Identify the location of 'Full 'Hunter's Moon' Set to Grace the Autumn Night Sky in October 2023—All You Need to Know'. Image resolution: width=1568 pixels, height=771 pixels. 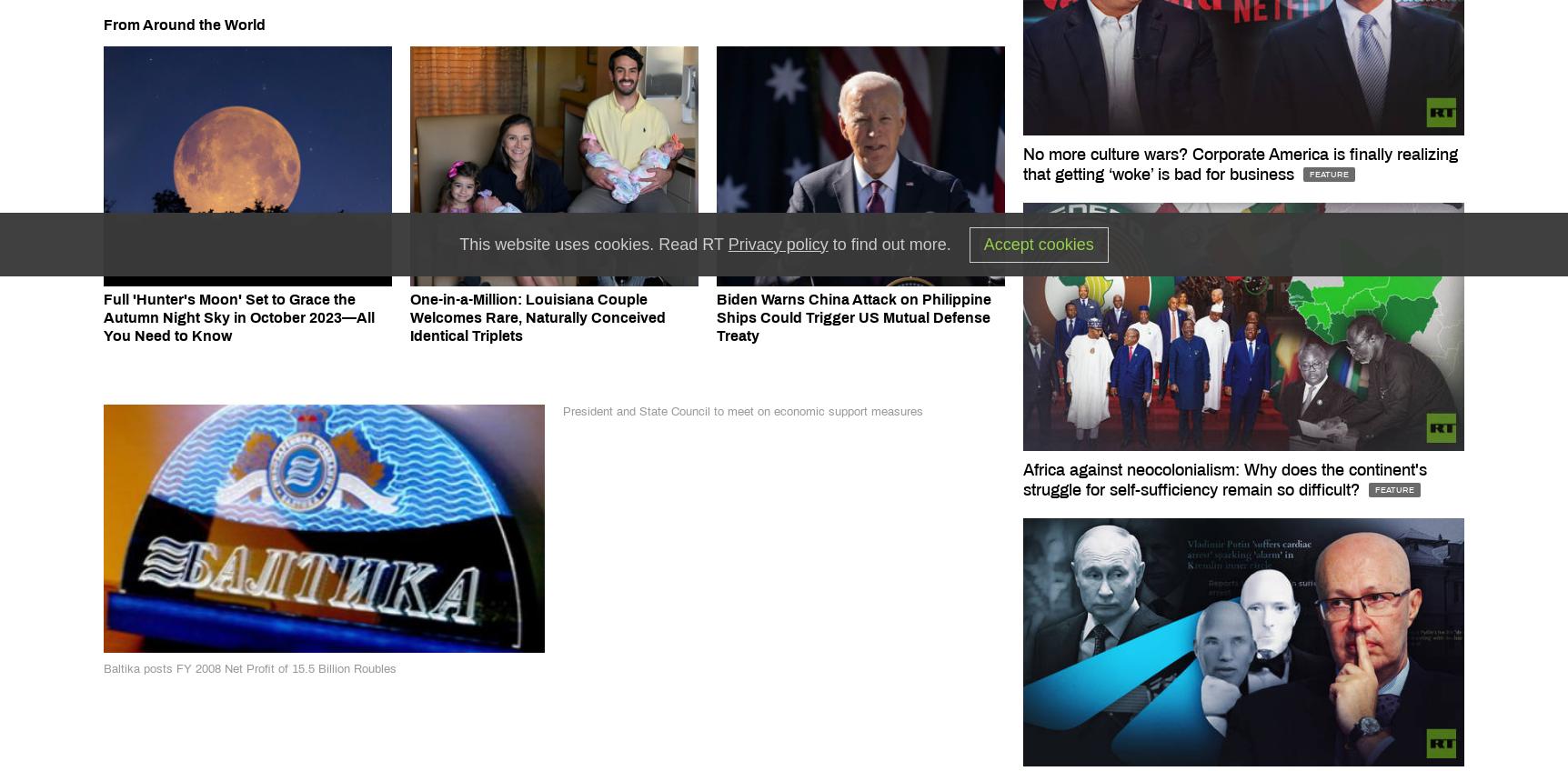
(102, 316).